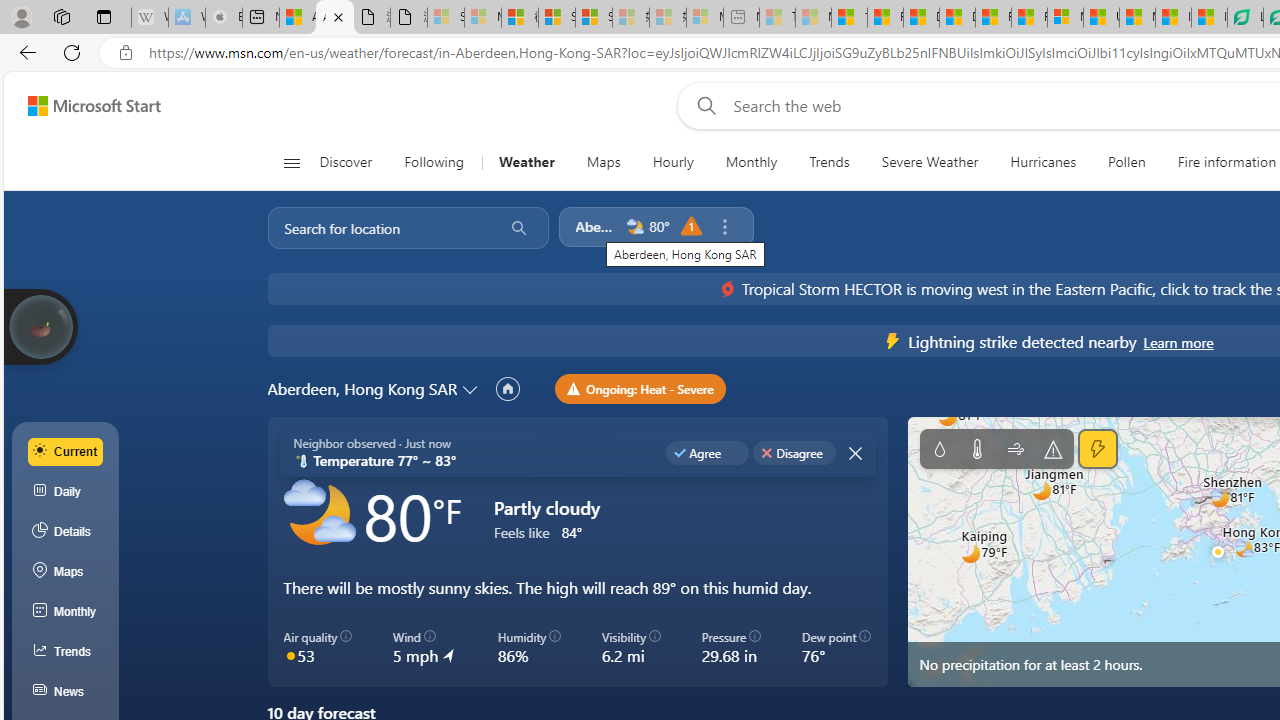 This screenshot has width=1280, height=720. What do you see at coordinates (928, 162) in the screenshot?
I see `'Severe Weather'` at bounding box center [928, 162].